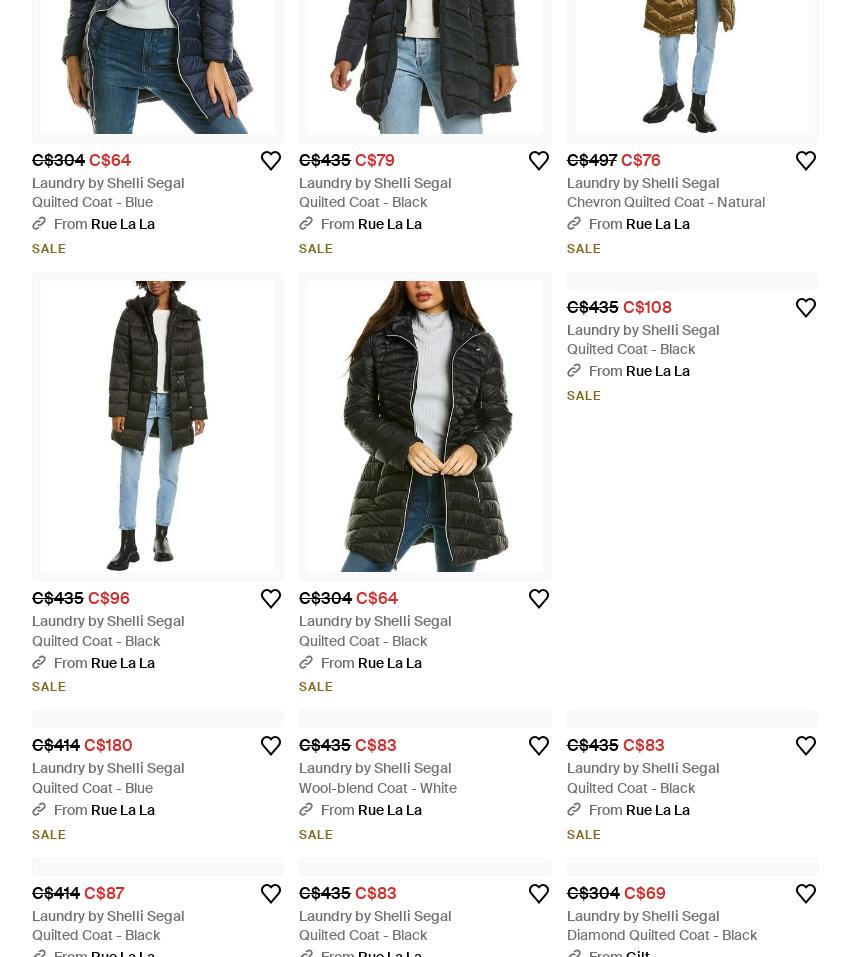 The height and width of the screenshot is (957, 850). Describe the element at coordinates (107, 745) in the screenshot. I see `'C$180'` at that location.